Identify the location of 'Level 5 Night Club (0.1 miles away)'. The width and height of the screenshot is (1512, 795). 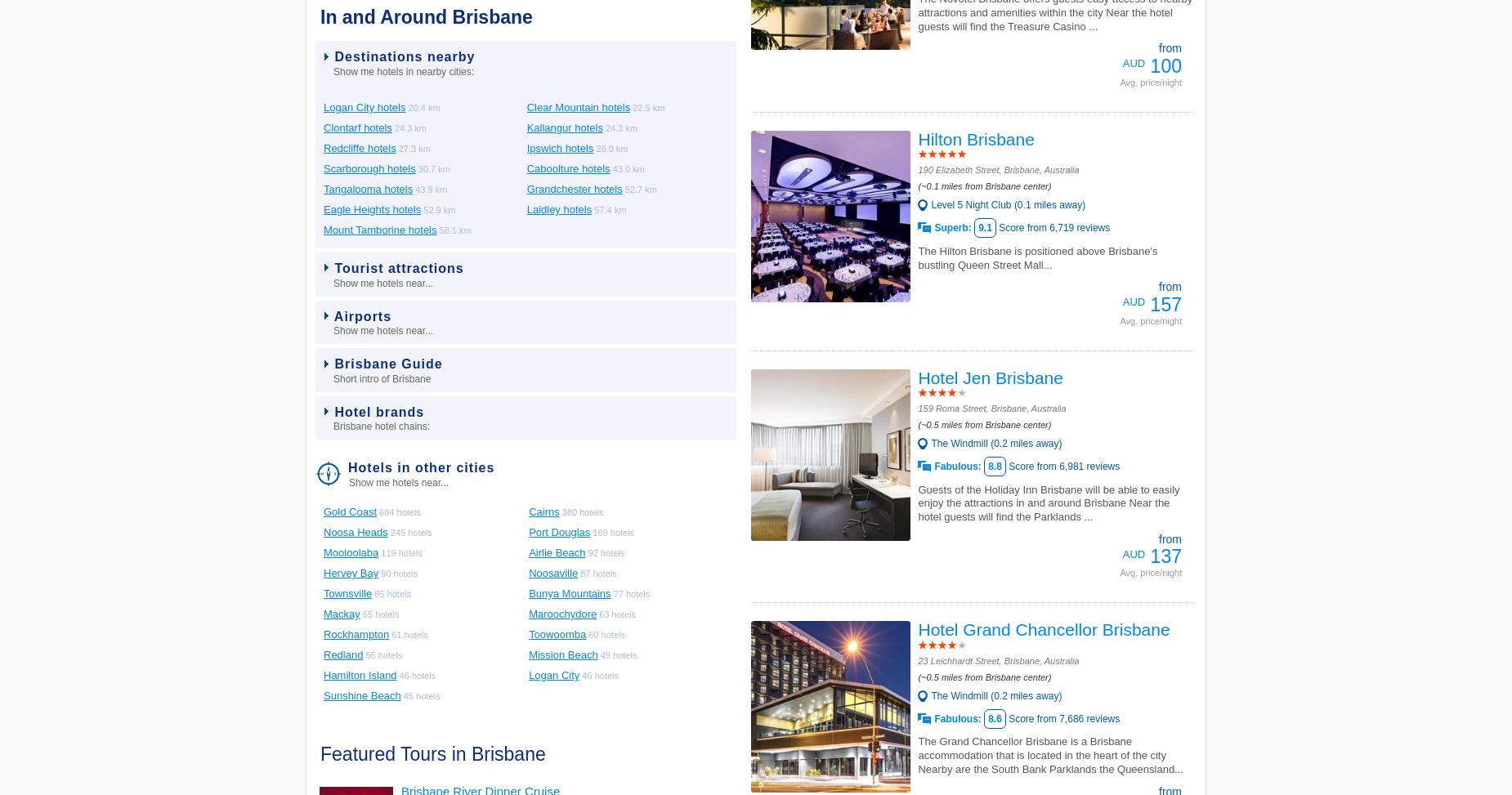
(930, 204).